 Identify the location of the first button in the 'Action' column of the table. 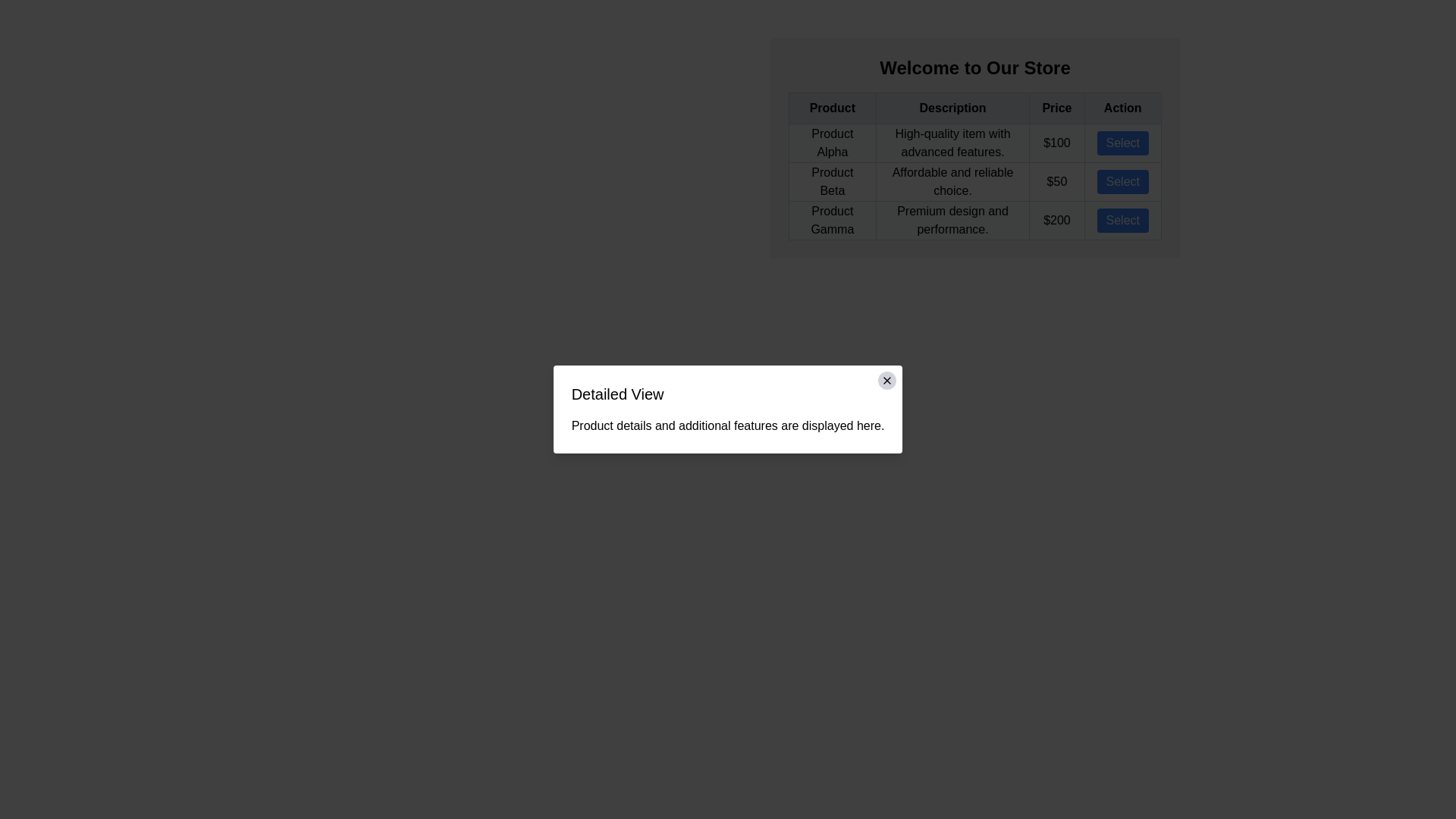
(1122, 143).